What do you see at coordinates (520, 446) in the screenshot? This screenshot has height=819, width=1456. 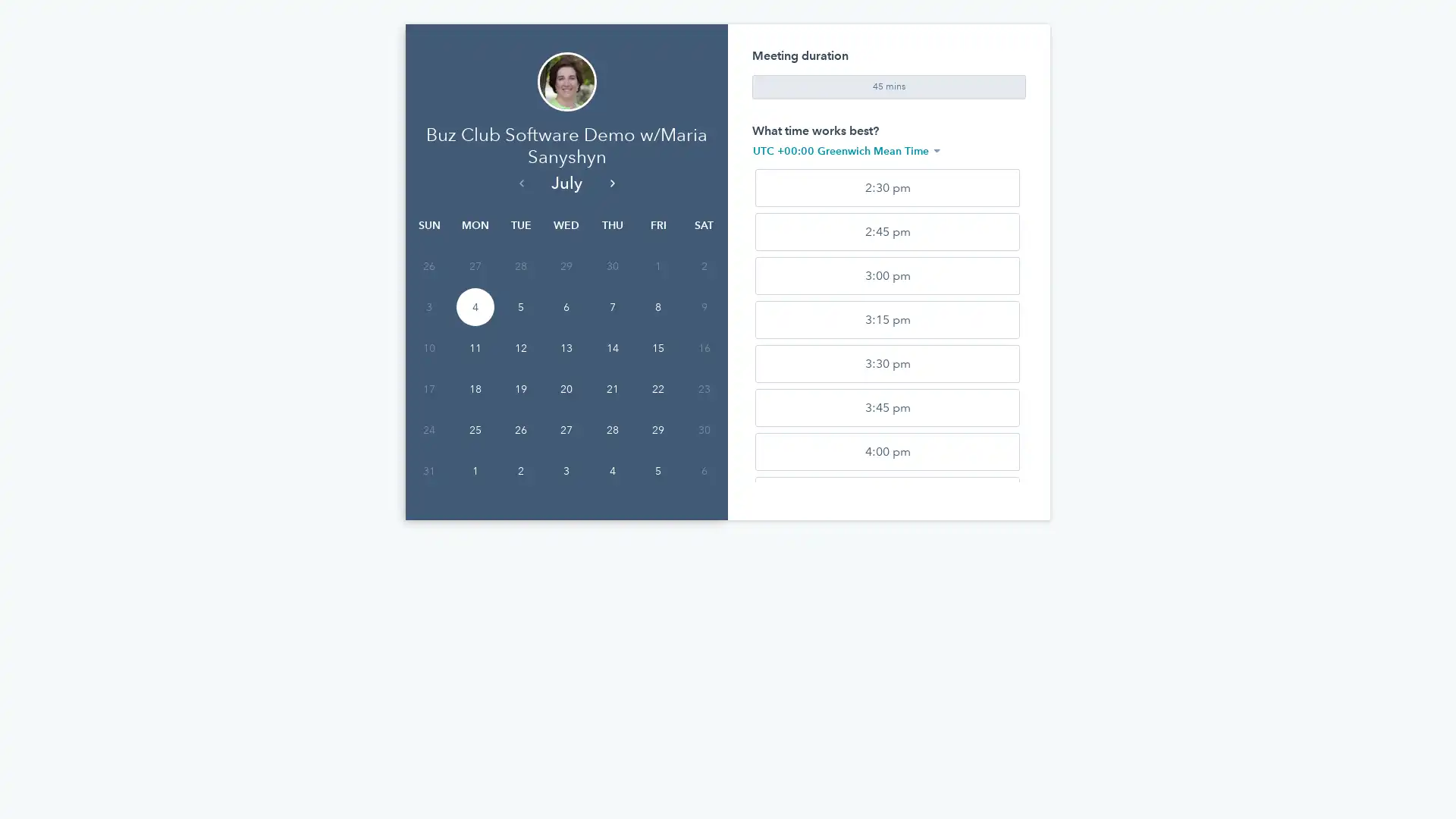 I see `July 19th` at bounding box center [520, 446].